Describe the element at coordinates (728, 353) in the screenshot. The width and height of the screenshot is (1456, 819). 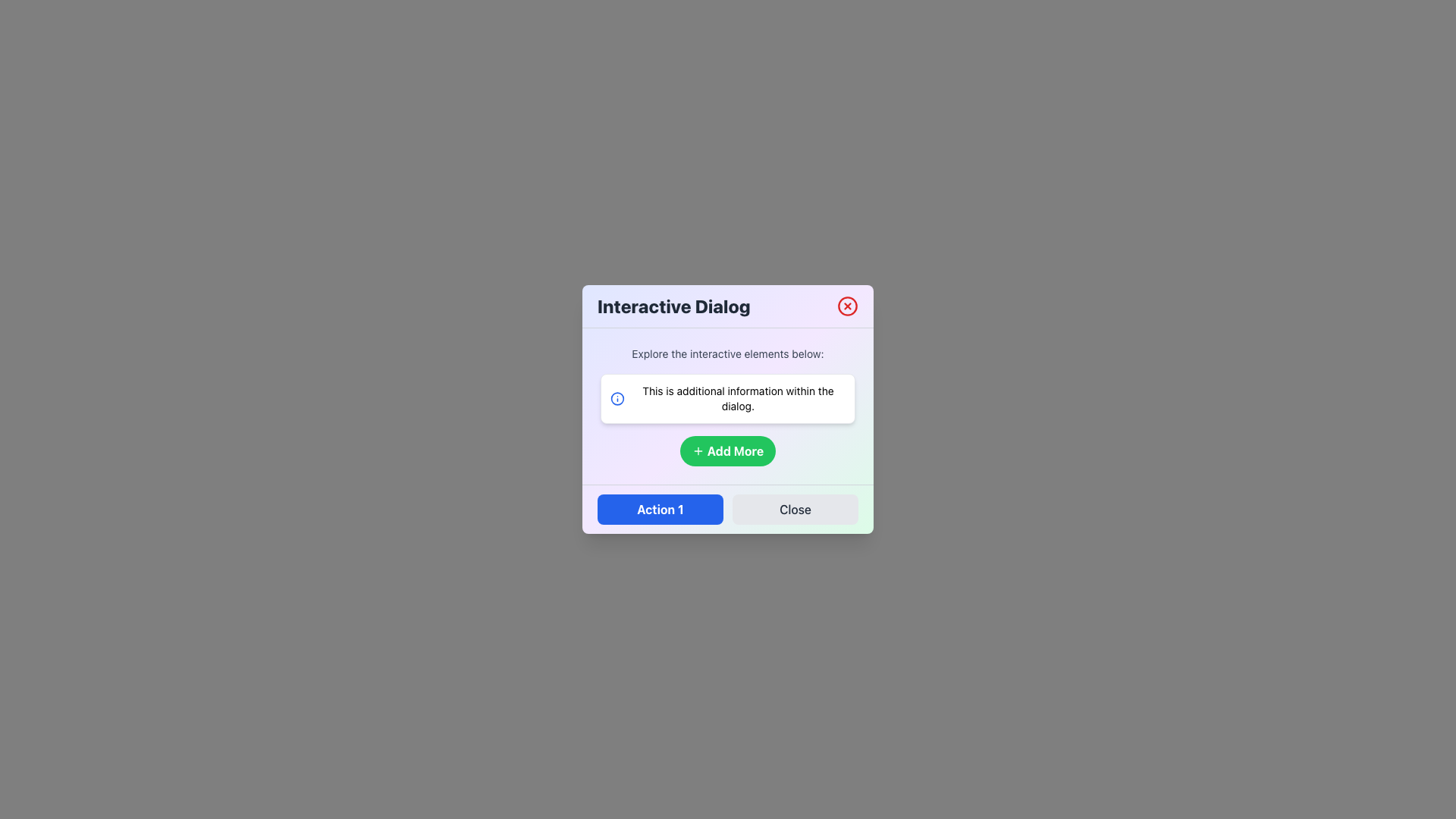
I see `the text label that says 'Explore the interactive elements below:', which is styled as small-sized gray instructional text located at the top of the dialog interface` at that location.